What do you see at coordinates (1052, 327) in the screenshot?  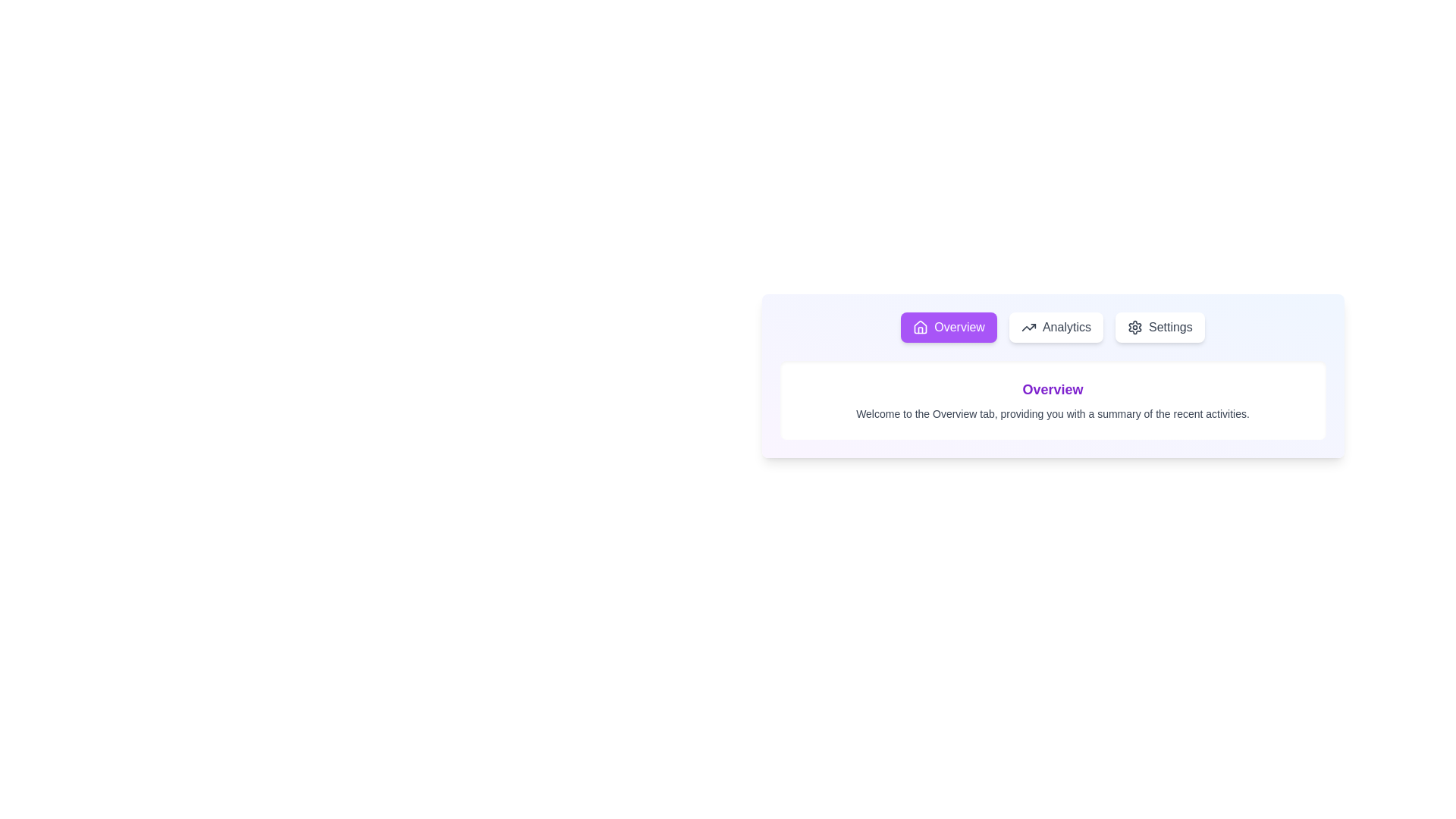 I see `the 'Analytics' button located between the 'Overview' button and the 'Settings' button in the navigation area` at bounding box center [1052, 327].